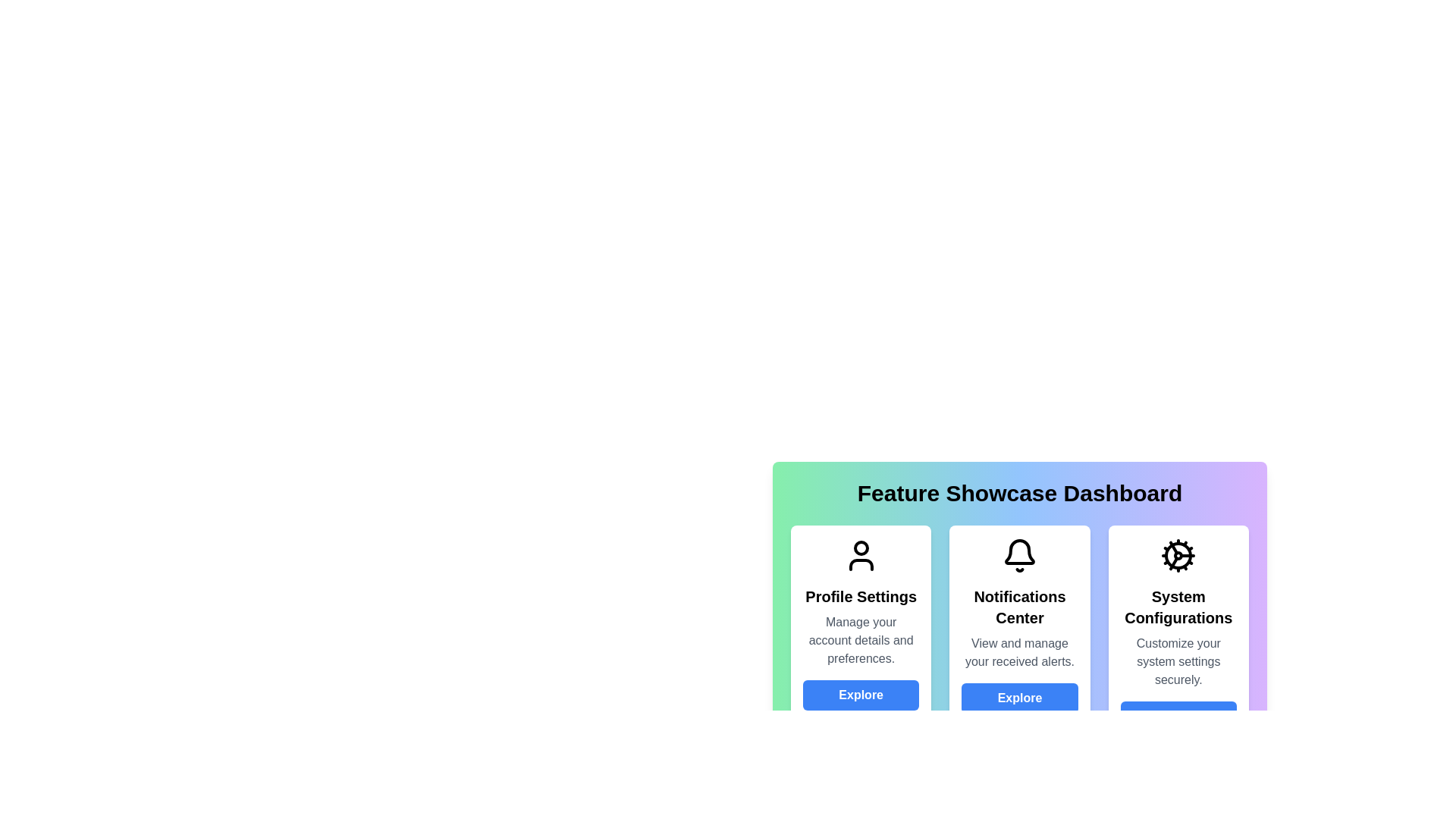  I want to click on the Text Label element that displays 'System Configurations', which is centrally positioned within the rightmost card of the dashboard, so click(1178, 607).